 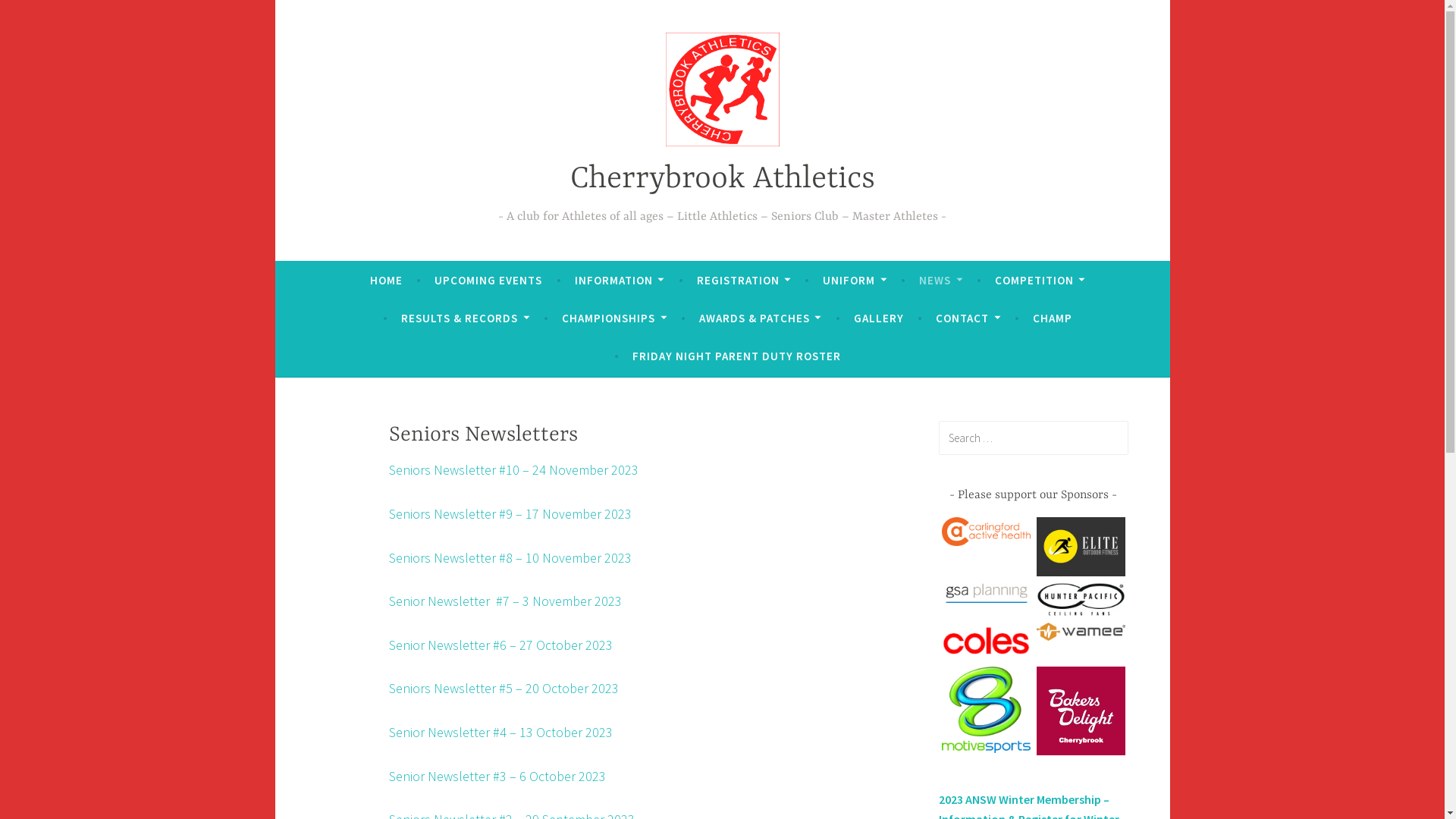 I want to click on 'RESULTS & RECORDS', so click(x=464, y=318).